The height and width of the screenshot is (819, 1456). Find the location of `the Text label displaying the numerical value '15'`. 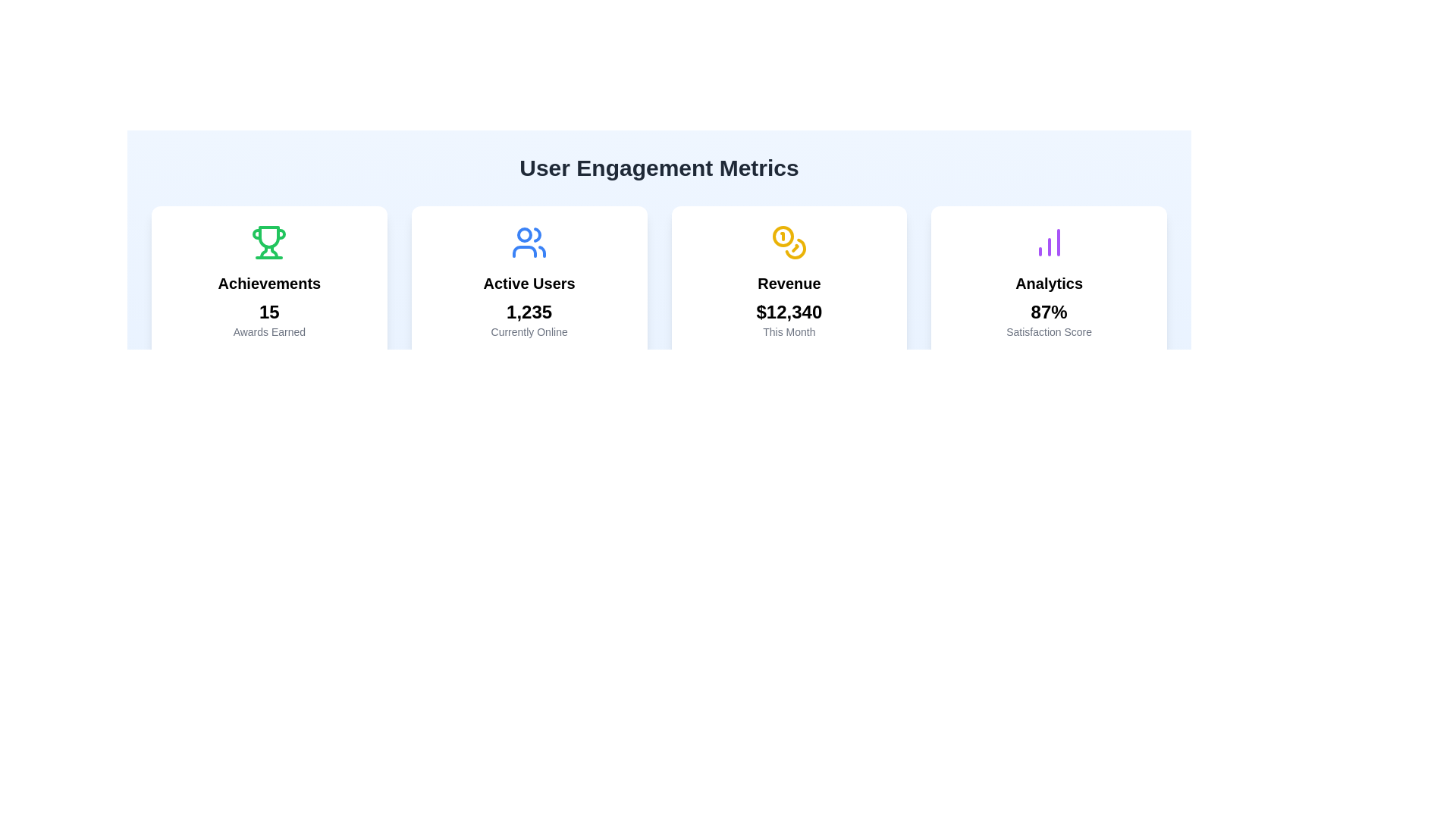

the Text label displaying the numerical value '15' is located at coordinates (269, 312).